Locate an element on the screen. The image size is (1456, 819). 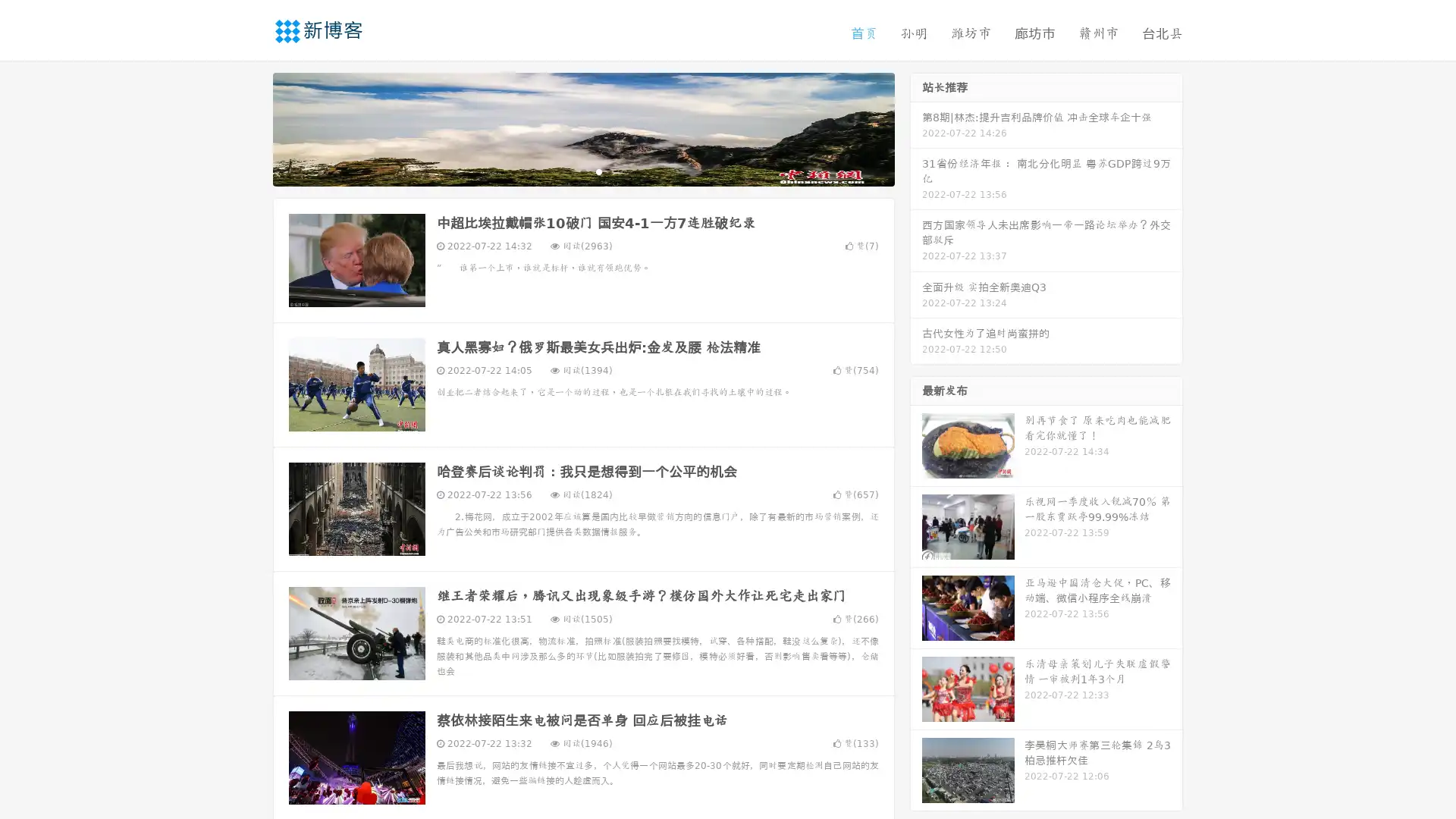
Go to slide 2 is located at coordinates (582, 171).